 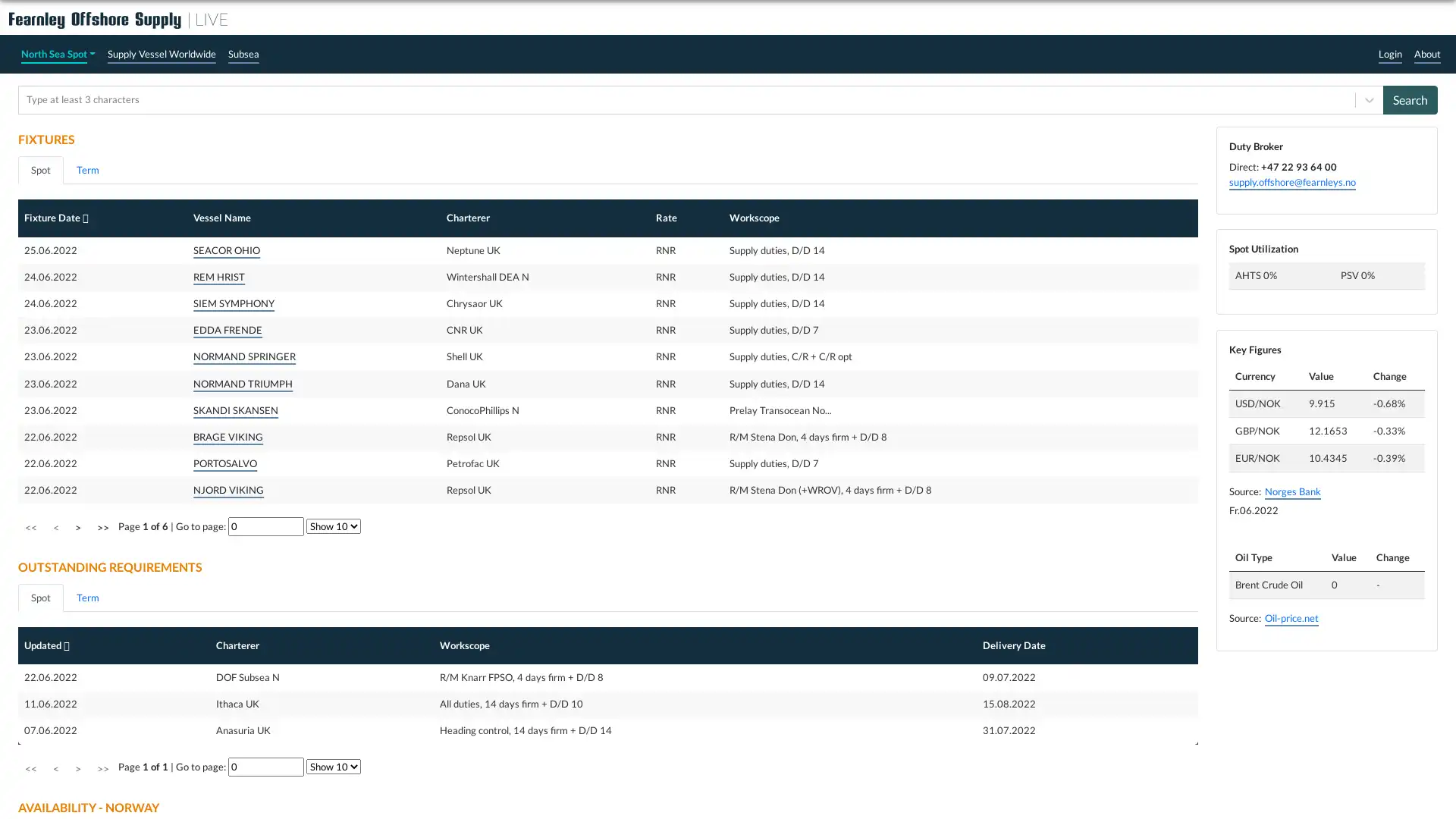 I want to click on <<, so click(x=31, y=526).